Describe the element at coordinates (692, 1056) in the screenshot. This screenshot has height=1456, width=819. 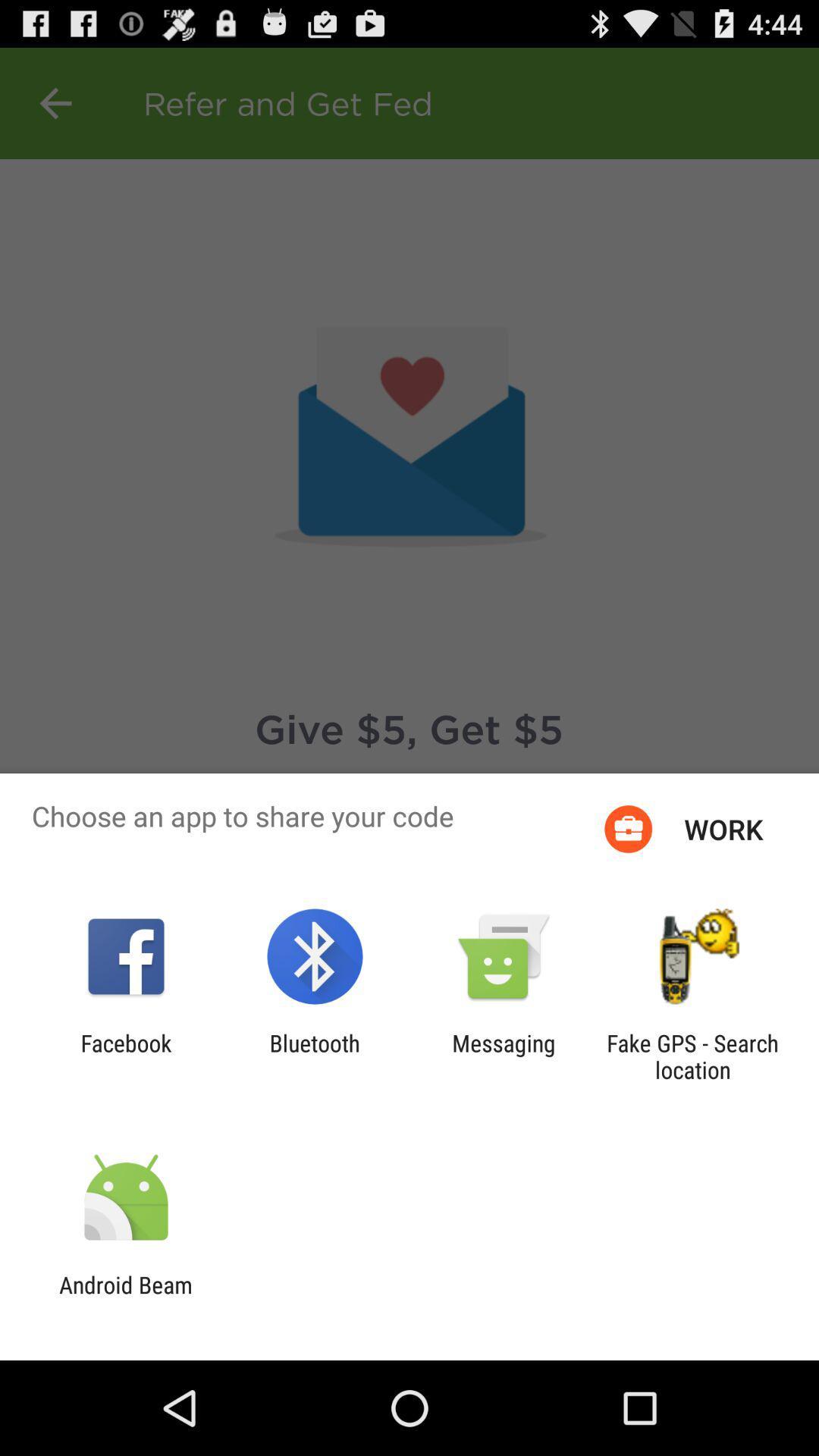
I see `the icon at the bottom right corner` at that location.